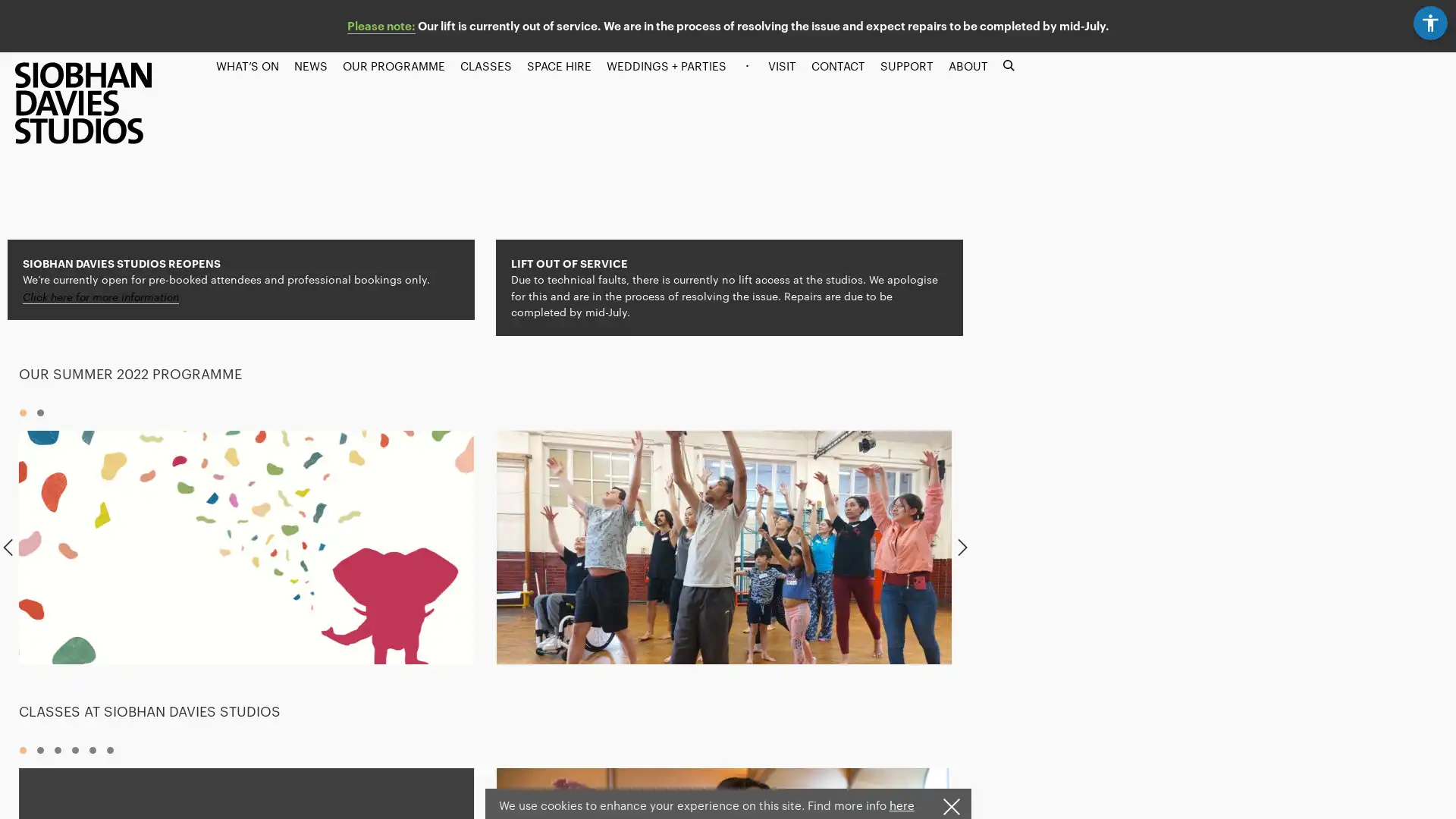 The height and width of the screenshot is (819, 1456). What do you see at coordinates (949, 806) in the screenshot?
I see `I understand` at bounding box center [949, 806].